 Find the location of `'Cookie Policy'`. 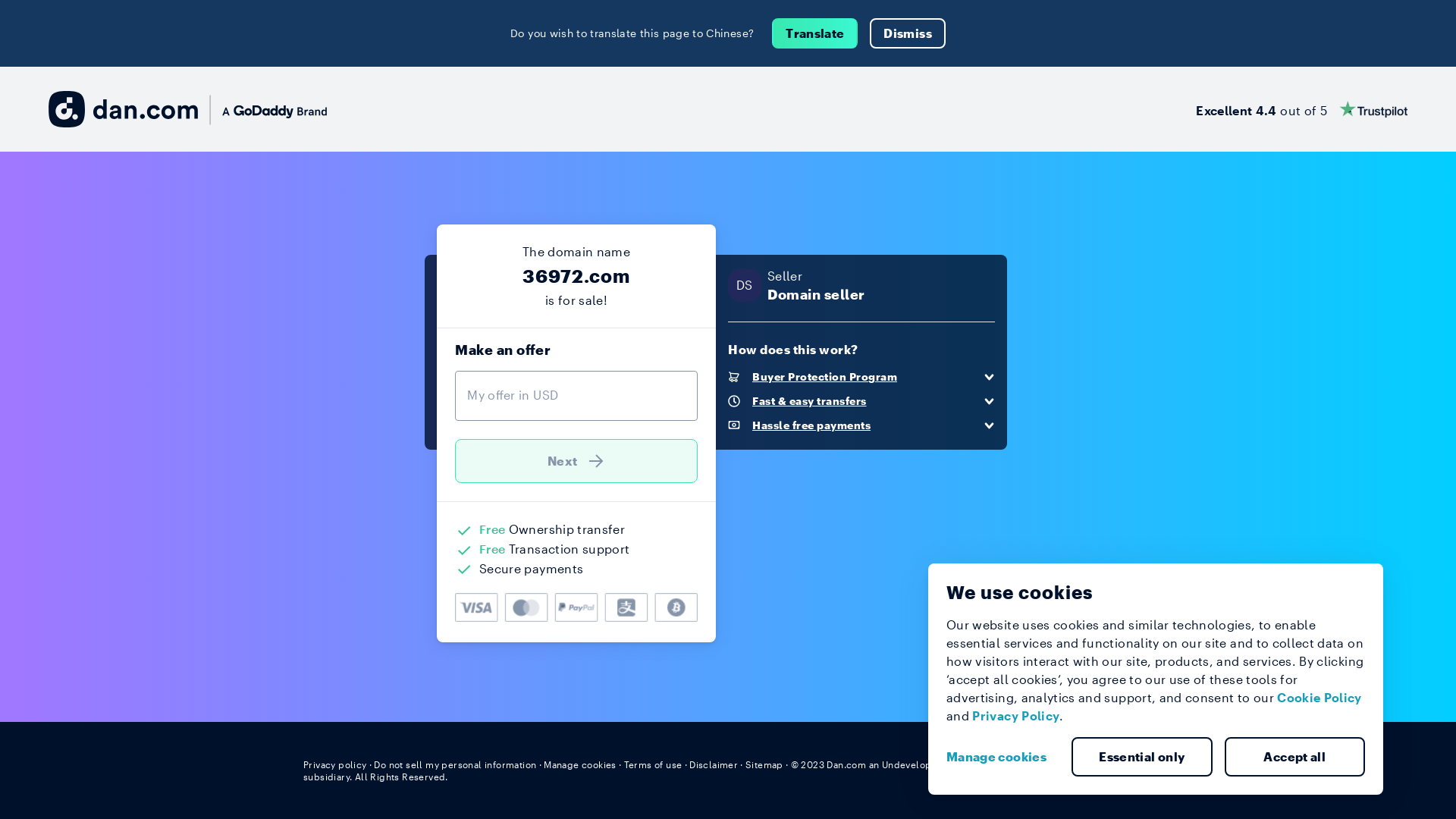

'Cookie Policy' is located at coordinates (1276, 697).